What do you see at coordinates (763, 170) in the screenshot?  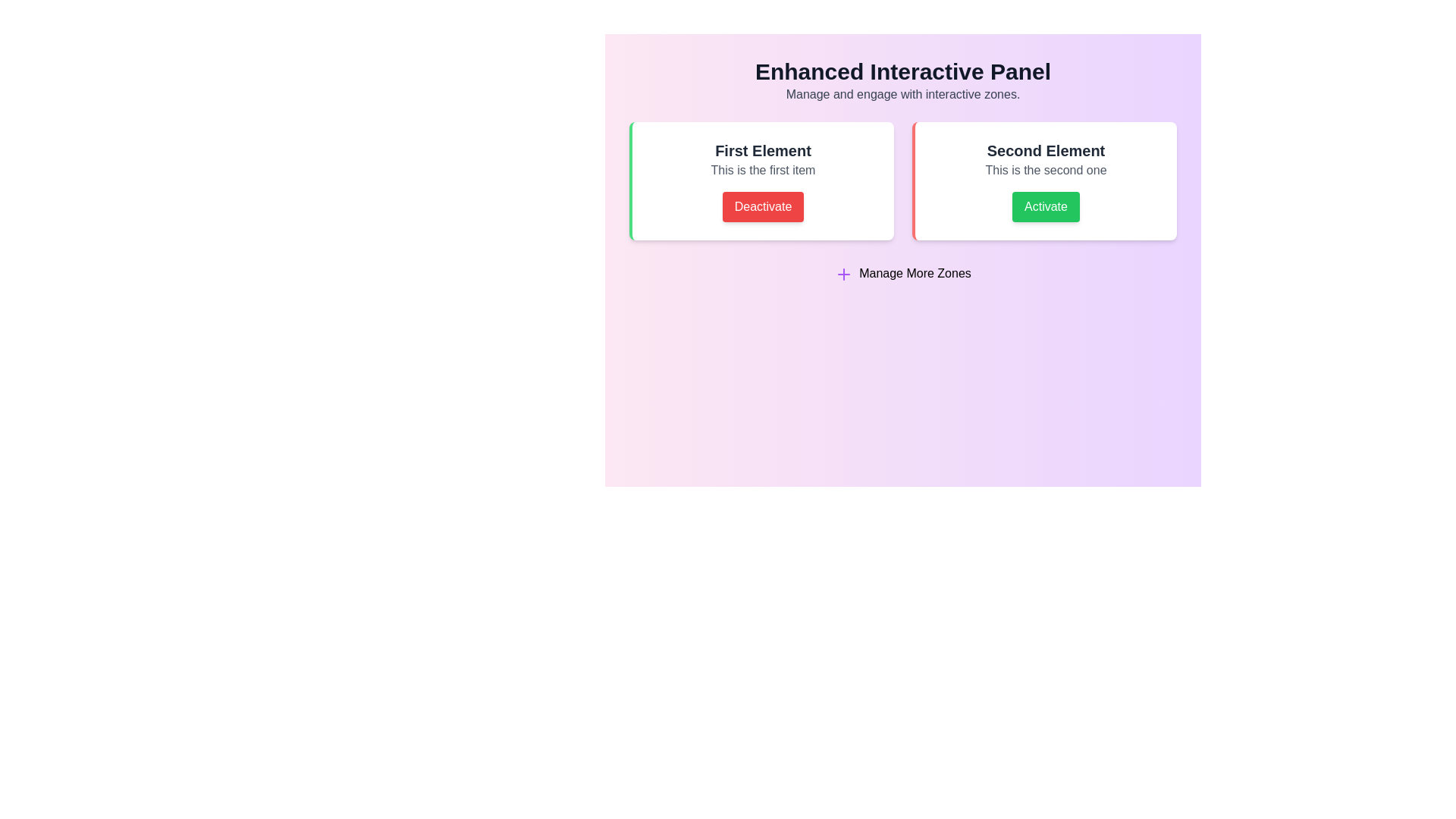 I see `the text element displaying 'This is the first item', which is located below the bold title 'First Element' and above the red 'Deactivate' button` at bounding box center [763, 170].